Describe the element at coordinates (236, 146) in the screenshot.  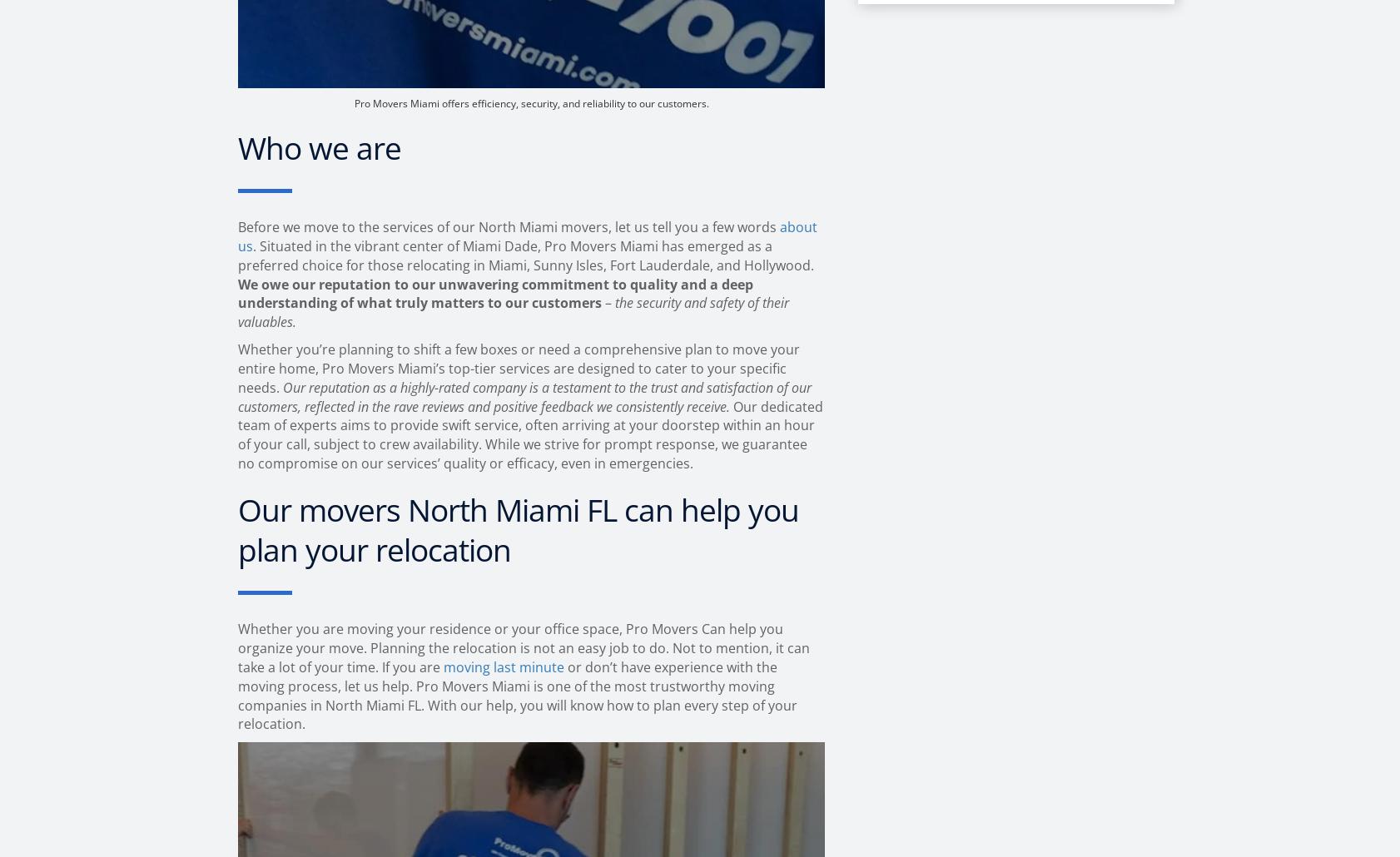
I see `'Who we are'` at that location.